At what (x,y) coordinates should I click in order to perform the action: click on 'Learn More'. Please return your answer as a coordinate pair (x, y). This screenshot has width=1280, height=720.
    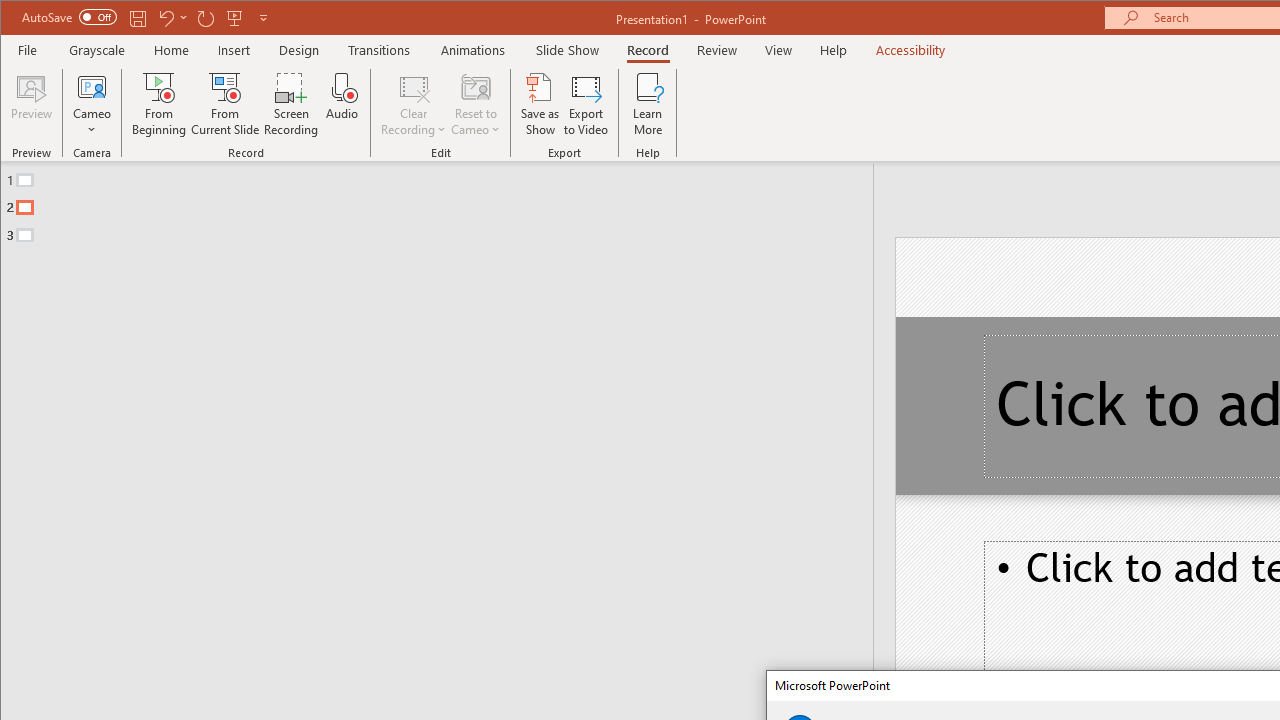
    Looking at the image, I should click on (648, 104).